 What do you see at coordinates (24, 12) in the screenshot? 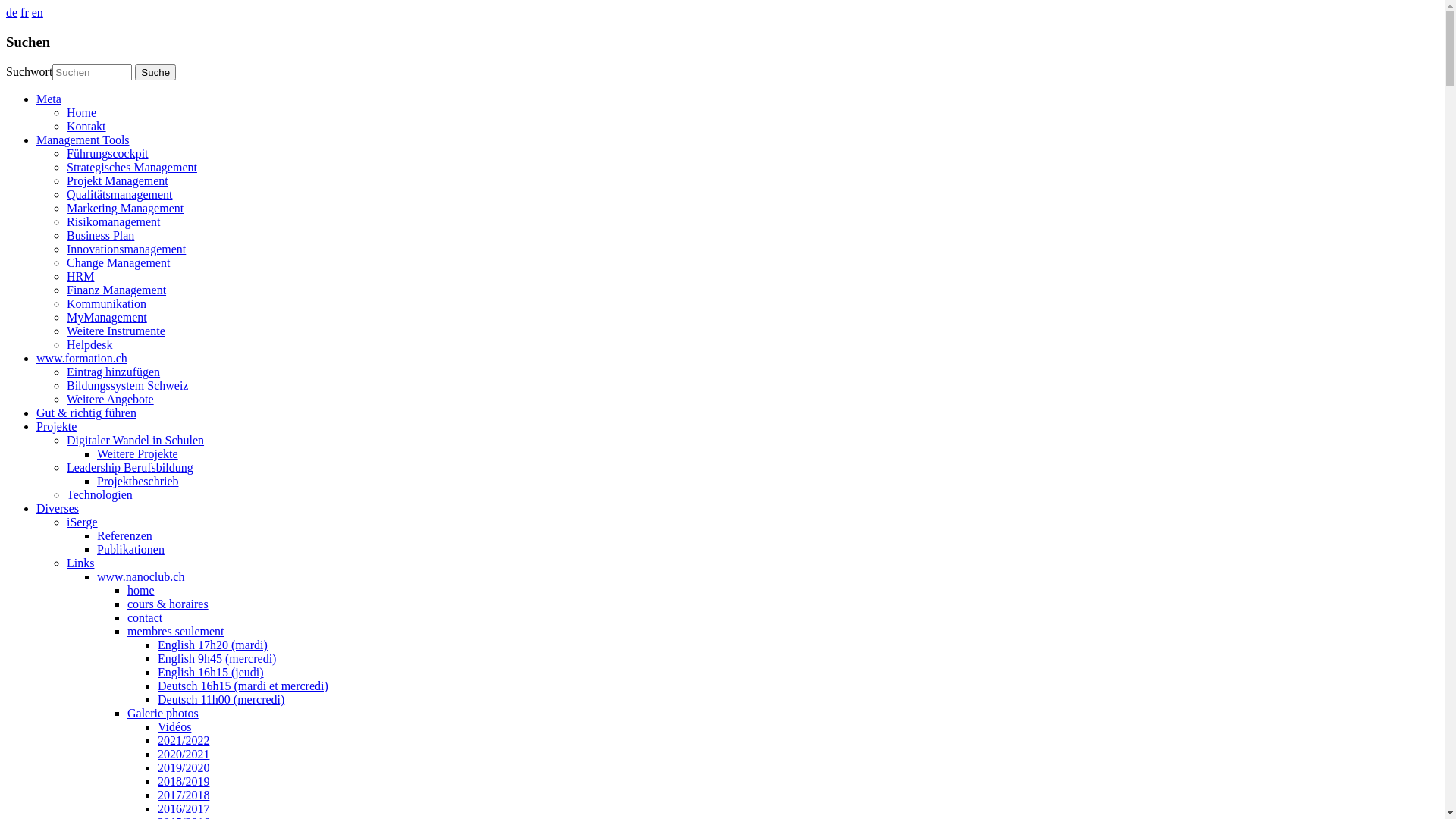
I see `'fr'` at bounding box center [24, 12].